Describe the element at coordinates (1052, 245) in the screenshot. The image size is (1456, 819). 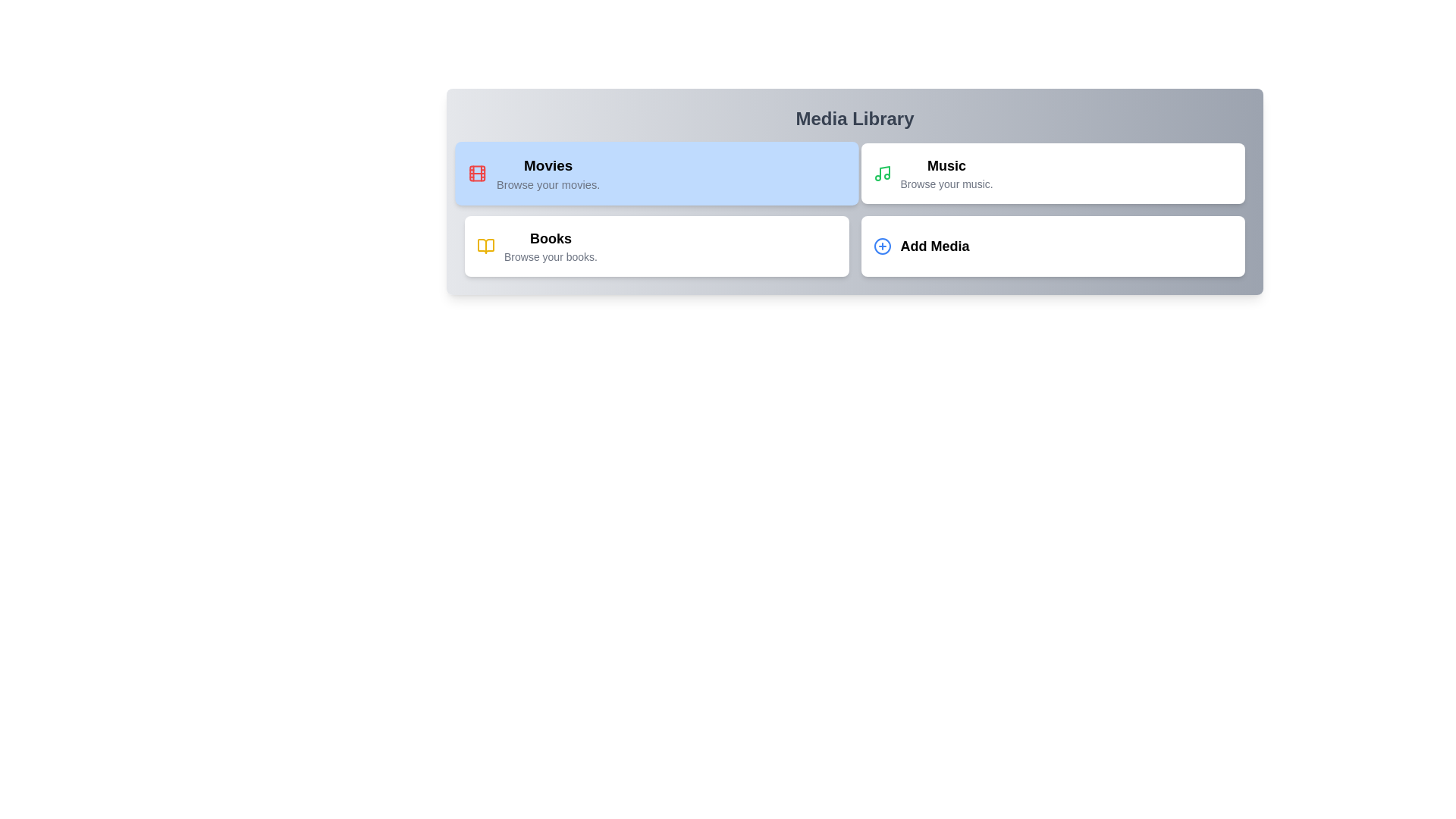
I see `the Add Media category to activate it` at that location.